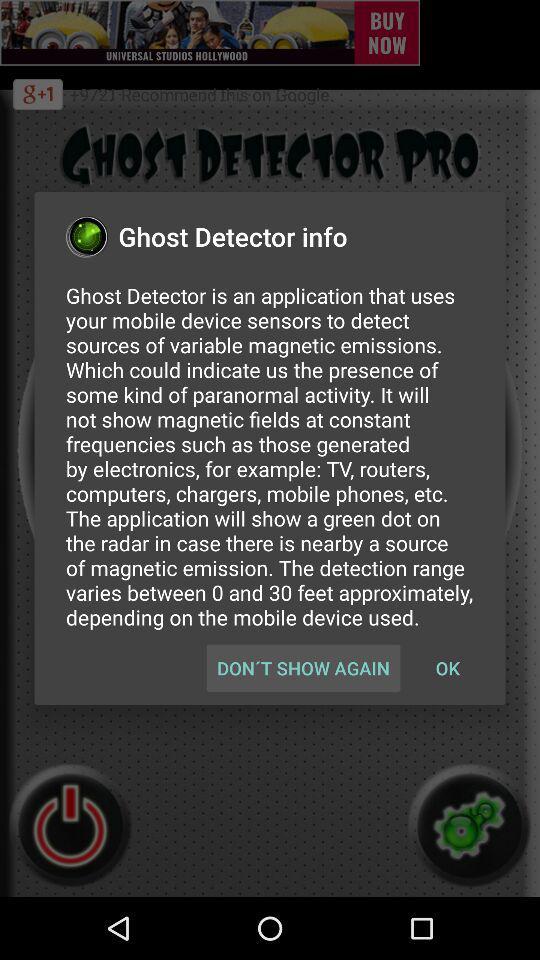 This screenshot has width=540, height=960. Describe the element at coordinates (302, 668) in the screenshot. I see `the don t show icon` at that location.